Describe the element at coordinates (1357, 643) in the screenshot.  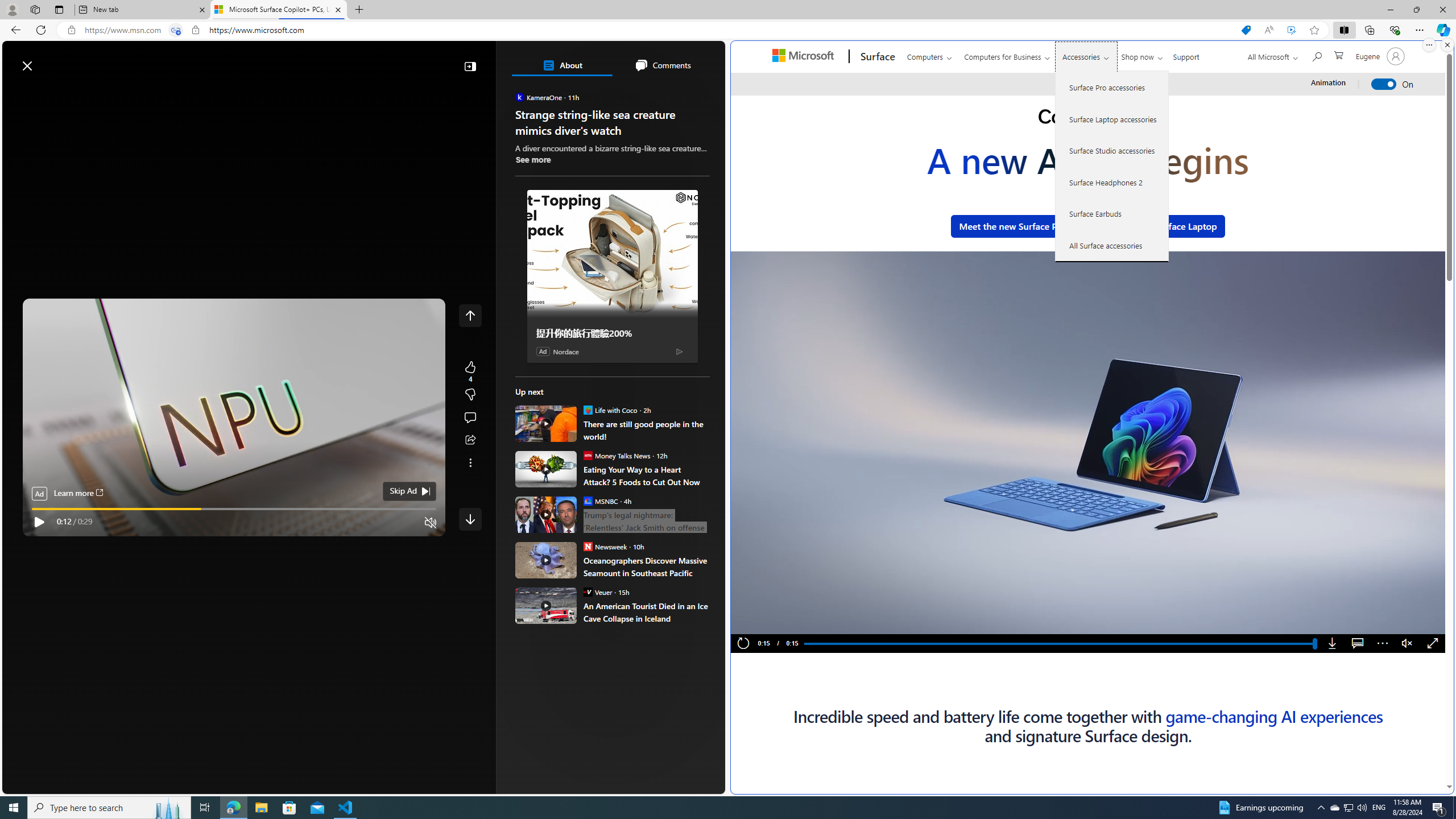
I see `'Captions'` at that location.